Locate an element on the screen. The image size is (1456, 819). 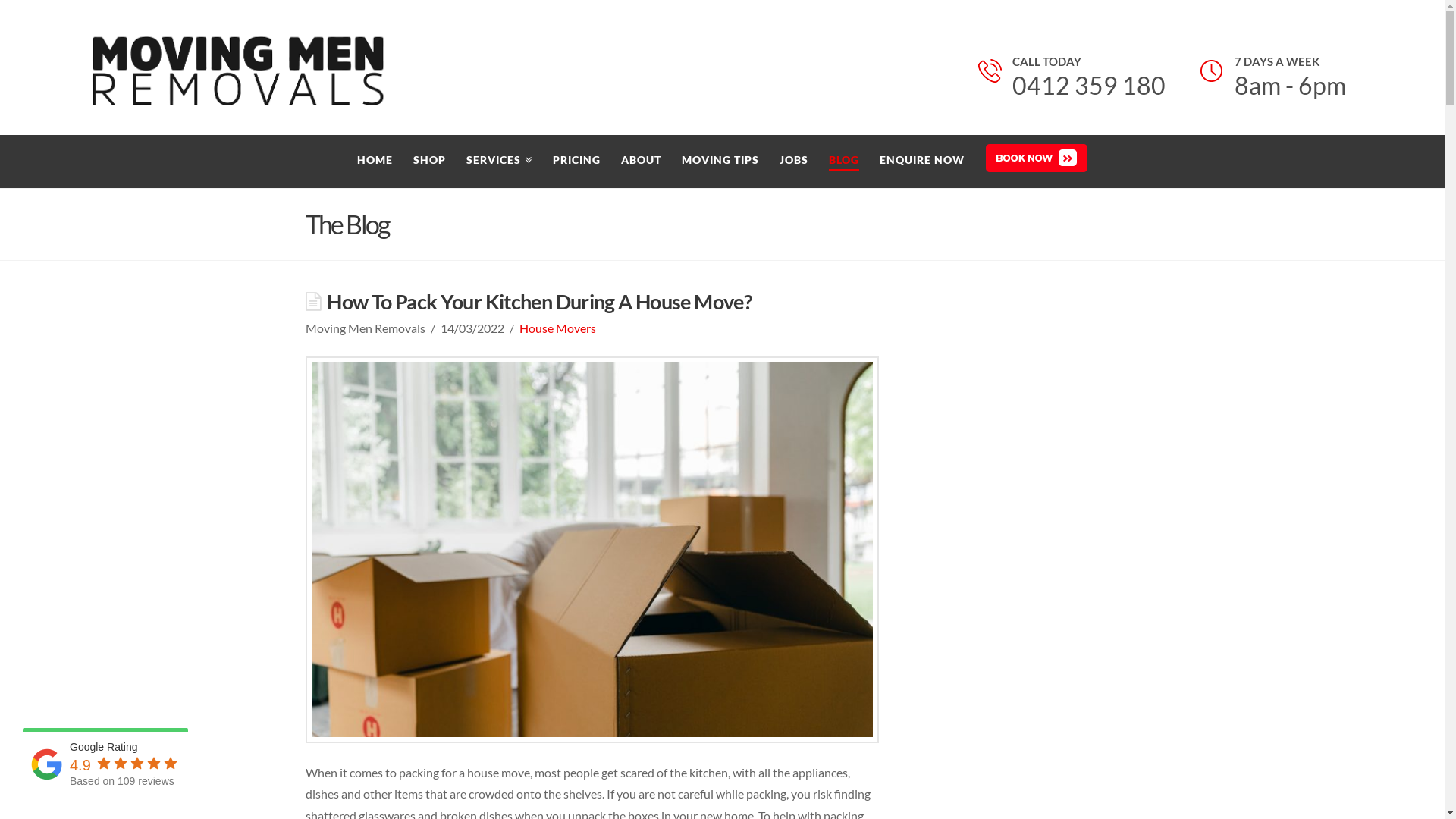
'BLOG' is located at coordinates (843, 161).